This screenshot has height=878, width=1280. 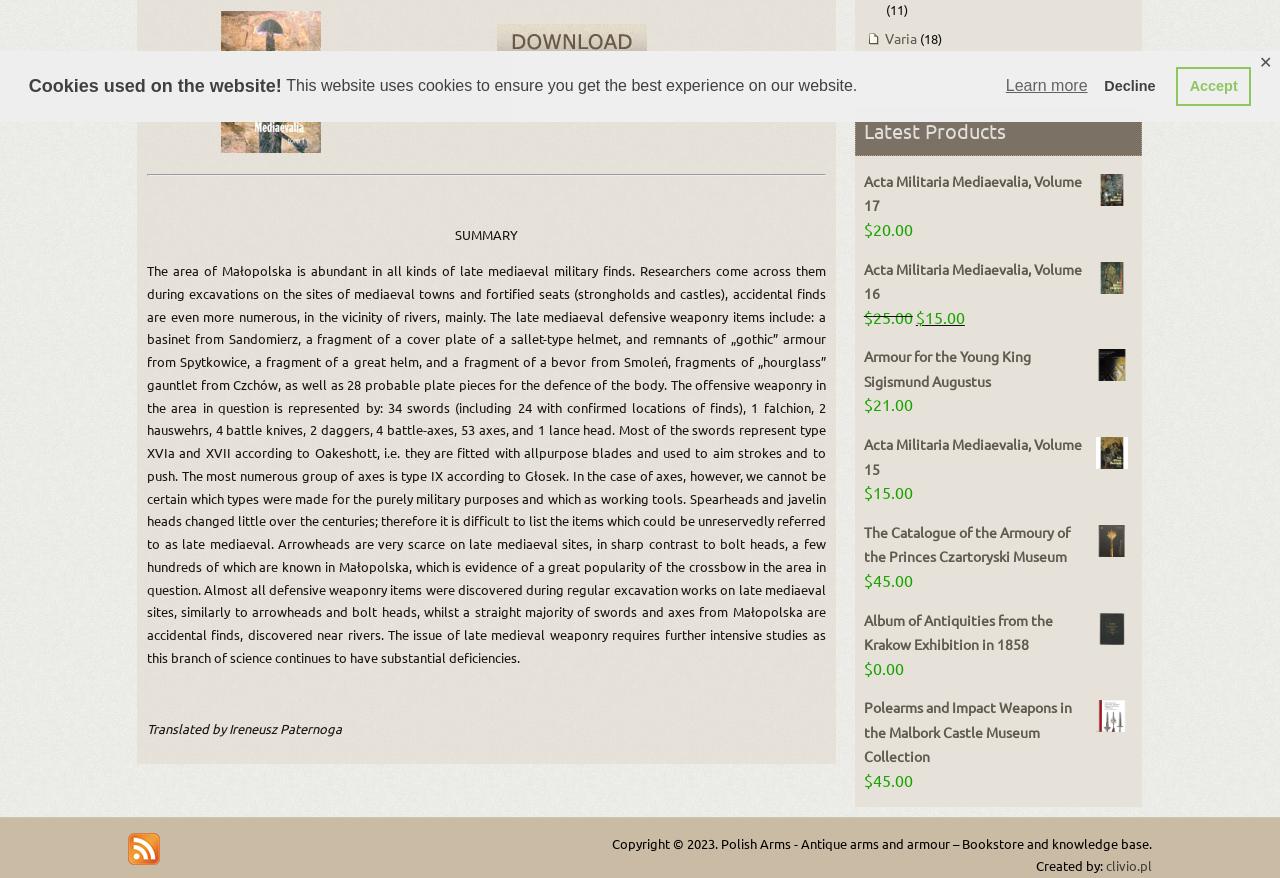 I want to click on 'The area of Małopolska is abundant in all kinds of late mediaeval military finds. Researchers come across them during excavations on the sites of mediaeval towns and fortified seats (strongholds and castles), accidental finds are even more numerous, in the vicinity of rivers, mainly. The late mediaeval defensive weaponry items include: a basinet from Sandomierz, a fragment of a cover plate of a sallet-type helmet, and remnants of „gothic” armour from Spytkowice, a fragment of a great helm, and a fragment of a bevor from Smoleń, fragments of „hourglass” gauntlet from Czchów, as well as 28 probable plate pieces for the defence of the body. The offensive weaponry in the area in question is represented by: 34 swords (including 24 with confirmed locations of finds), 1 falchion, 2 hauswehrs, 4 battle knives, 2 daggers, 4 battle-axes, 53 axes, and 1 lance head. Most of the swords represent type XVIa and XVII according to Oakeshott, i.e. they are fitted with allpurpose blades and used to aim strokes and to push. The most numerous group of axes is type IX according to Głosek. In the case of axes, however, we cannot be certain which types were made for the purely military purposes and which as working tools. Spearheads and javelin heads changed little over the centuries; therefore it is difficult to list the items which could be unreservedly referred to as late mediaeval. Arrowheads are very scarce on late mediaeval sites, in sharp contrast to bolt heads, a few hundreds of which are known in Małopolska, which is evidence of a great popularity of the crossbow in the area in question. Almost all defensive weaponry items were discovered during regular excavation works on late mediaeval sites, similarly to arrowheads and bolt heads, whilst a straight majority of swords and axes from Małopolska are accidental finds, discovered near rivers. The issue of late medieval weaponry requires further intensive studies as this branch of science continues to have substantial deficiencies.', so click(x=486, y=462).